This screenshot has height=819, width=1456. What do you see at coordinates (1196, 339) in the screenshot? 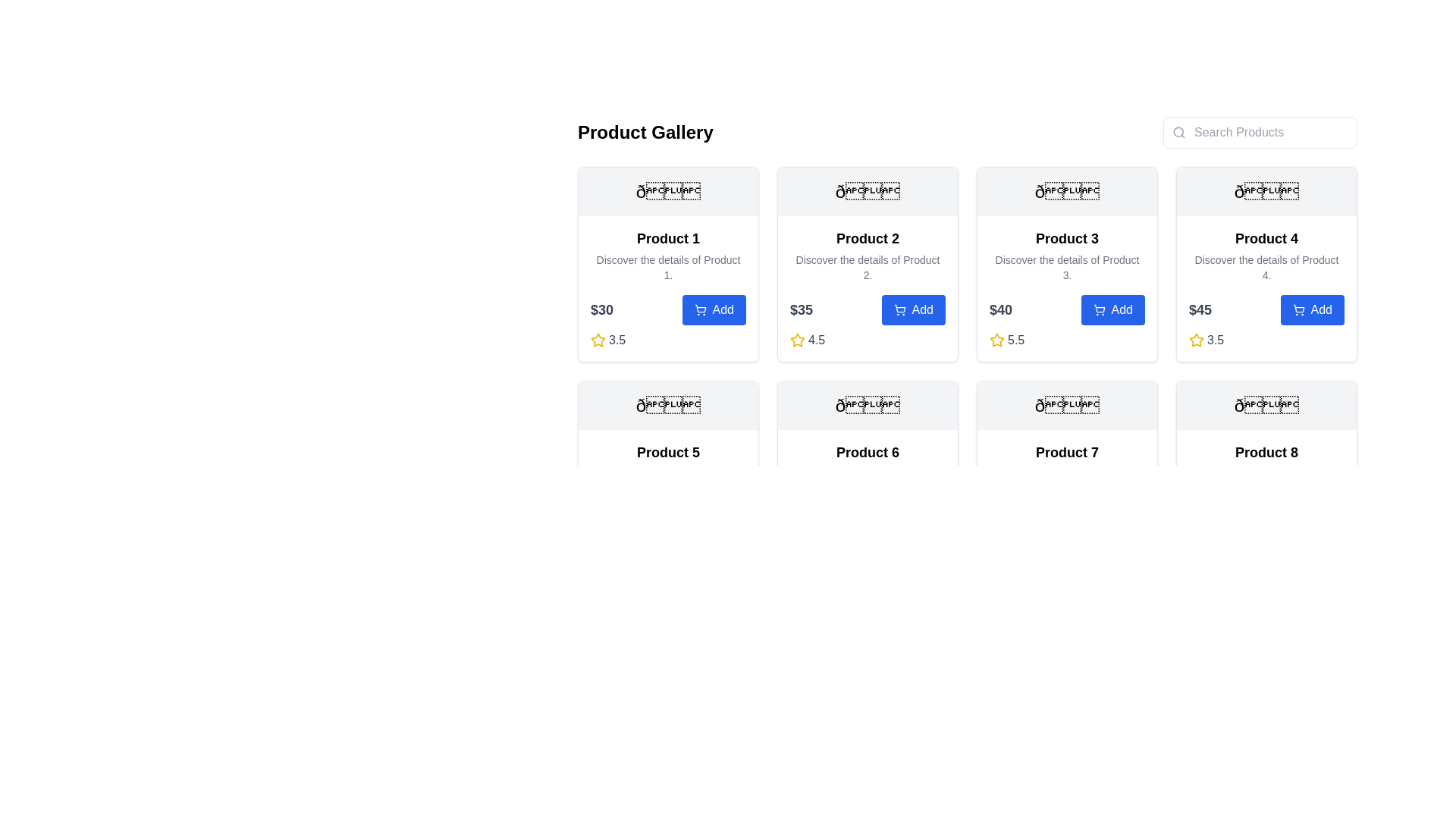
I see `the star-shaped SVG icon in golden yellow color, located next to the numeric rating '3.5' on the fourth product's information card` at bounding box center [1196, 339].